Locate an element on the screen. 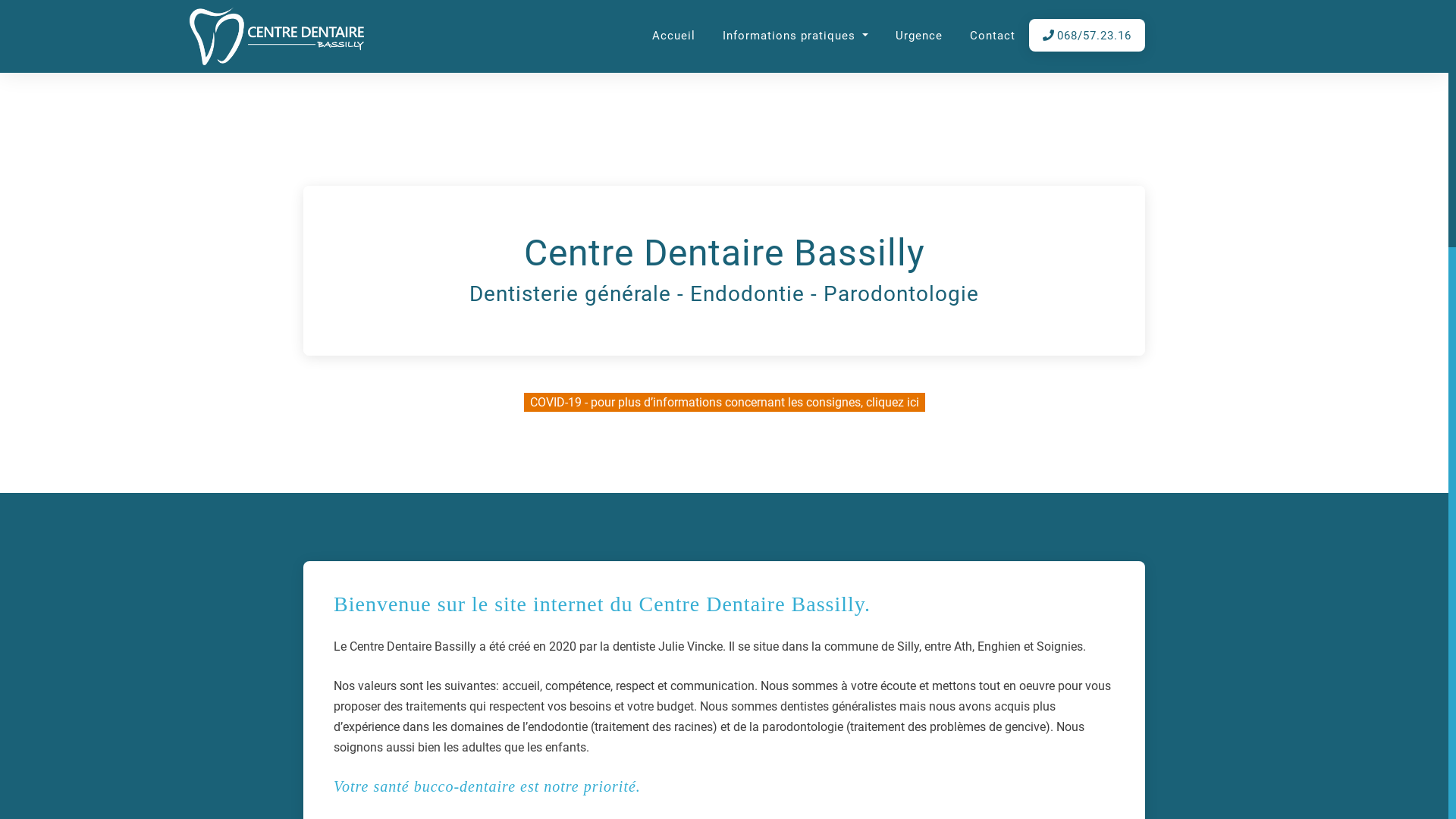  'Contact' is located at coordinates (993, 36).